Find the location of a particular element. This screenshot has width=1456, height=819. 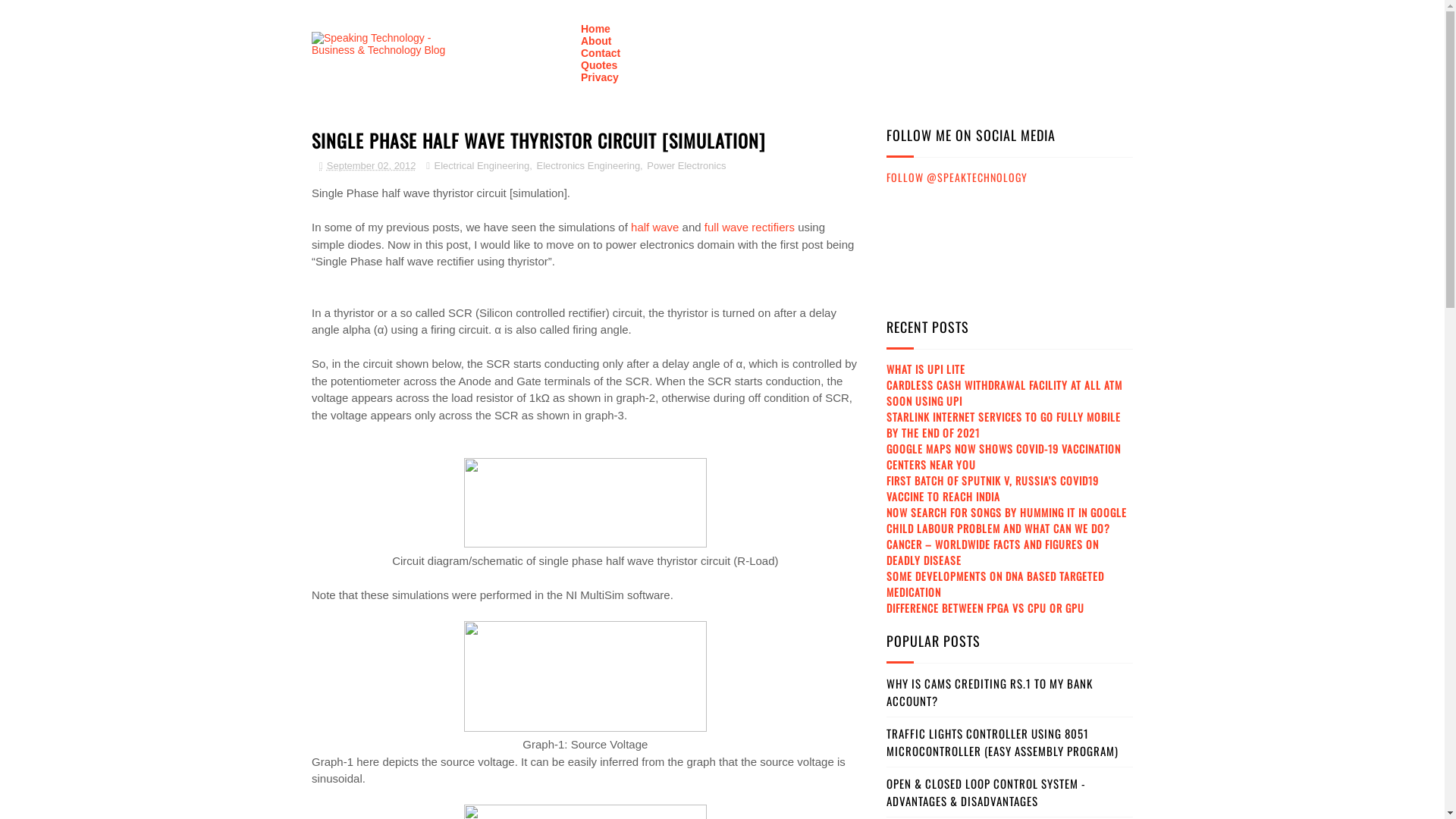

'Home' is located at coordinates (595, 29).